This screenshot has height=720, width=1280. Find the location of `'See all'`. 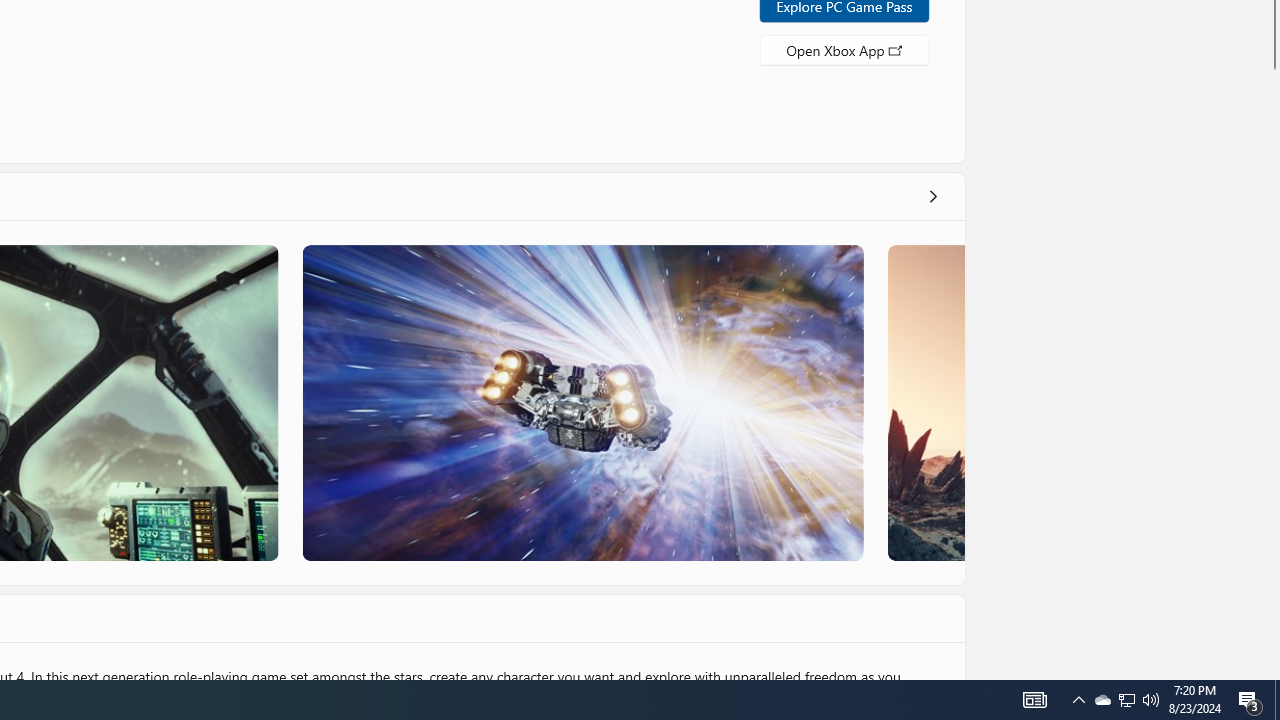

'See all' is located at coordinates (931, 195).